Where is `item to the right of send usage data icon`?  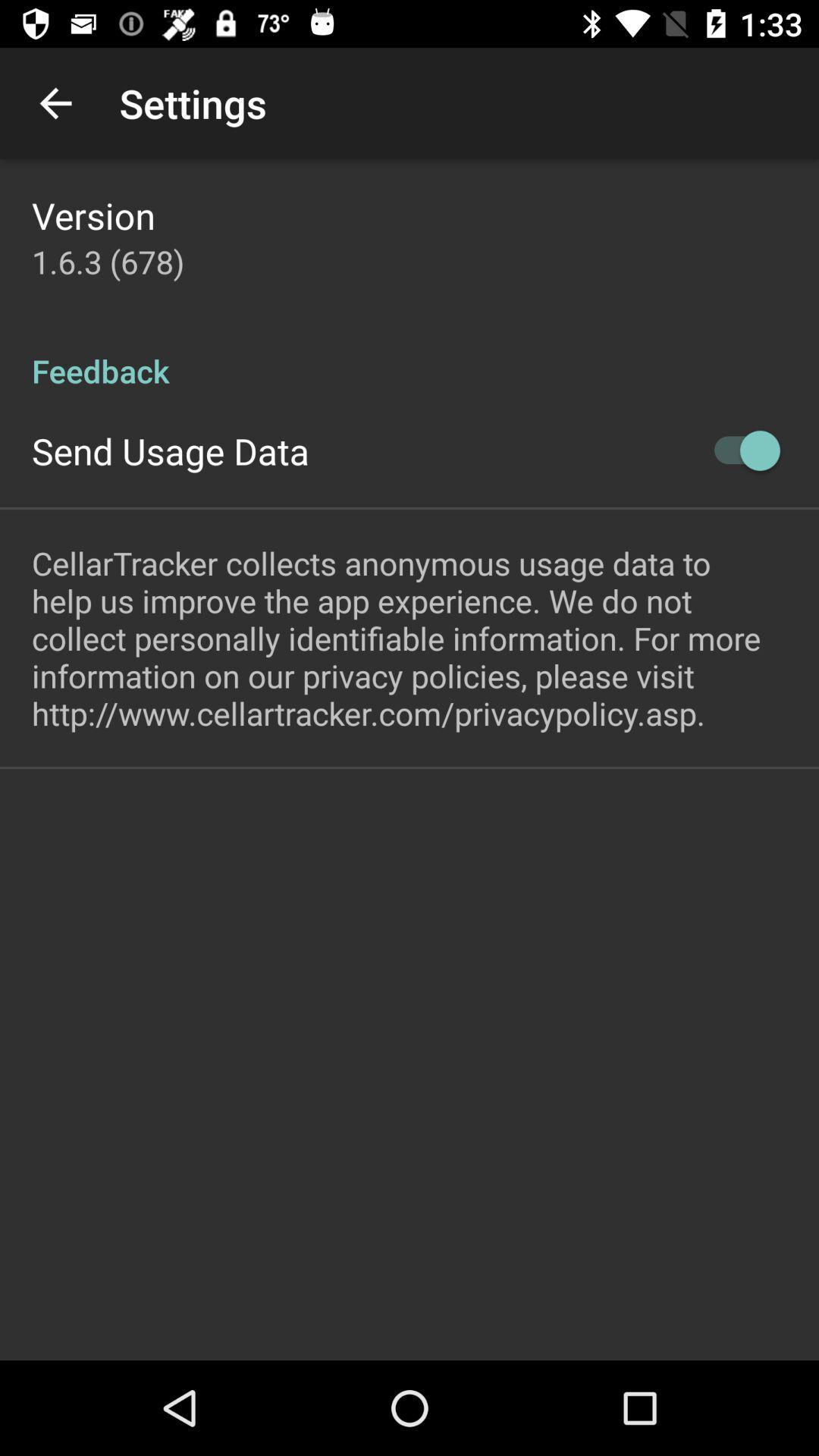
item to the right of send usage data icon is located at coordinates (739, 450).